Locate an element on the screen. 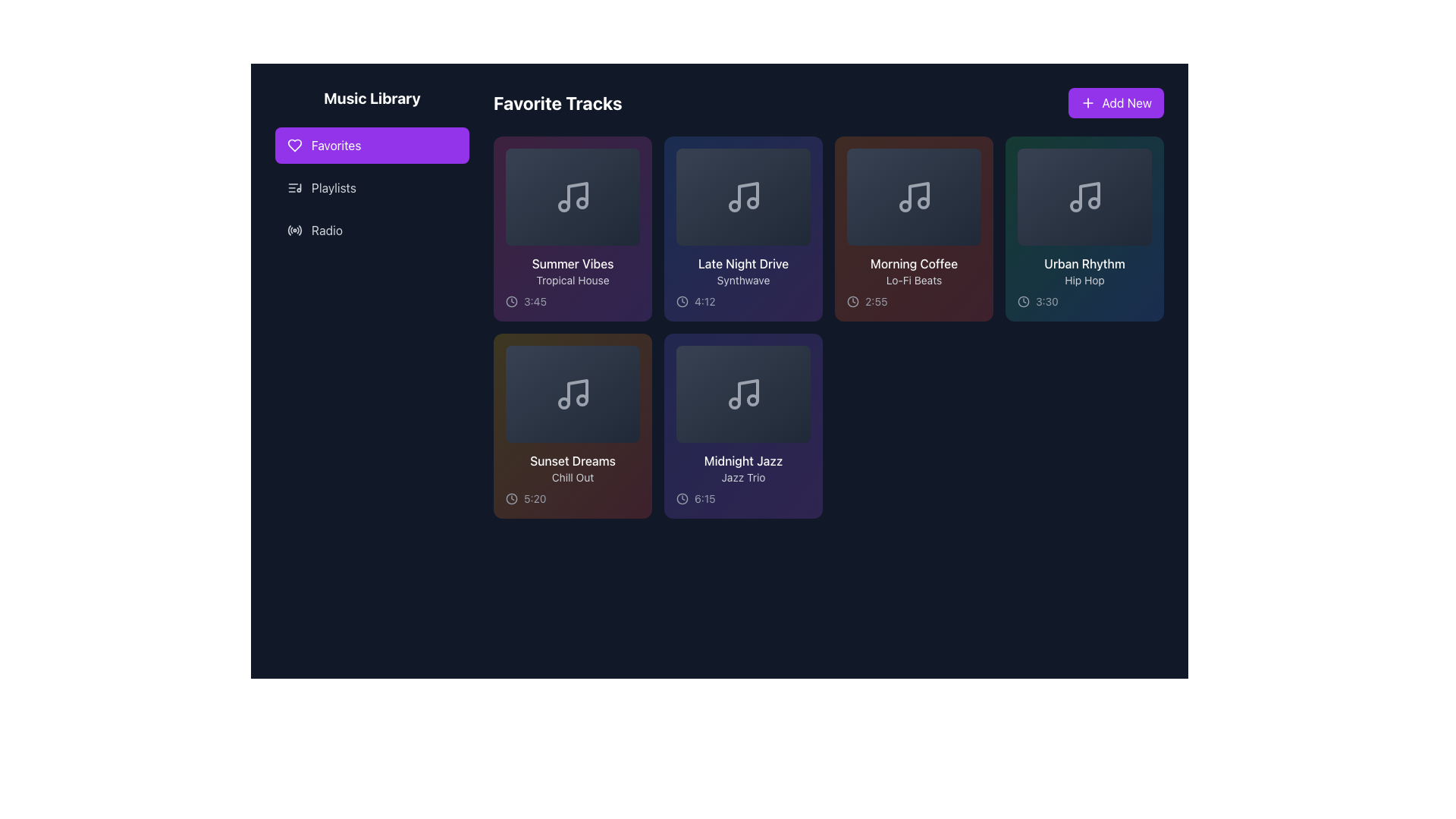  the vertical line within the music note visualization in the 'Midnight Jazz' card located in the last row, second column of the 'Favorite Tracks' grid is located at coordinates (748, 391).